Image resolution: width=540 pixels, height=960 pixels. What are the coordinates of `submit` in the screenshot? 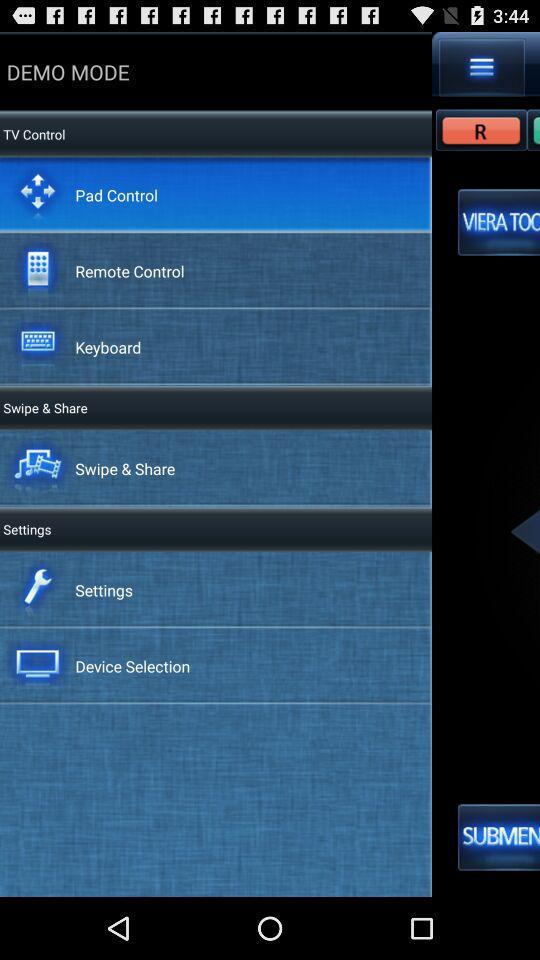 It's located at (498, 837).